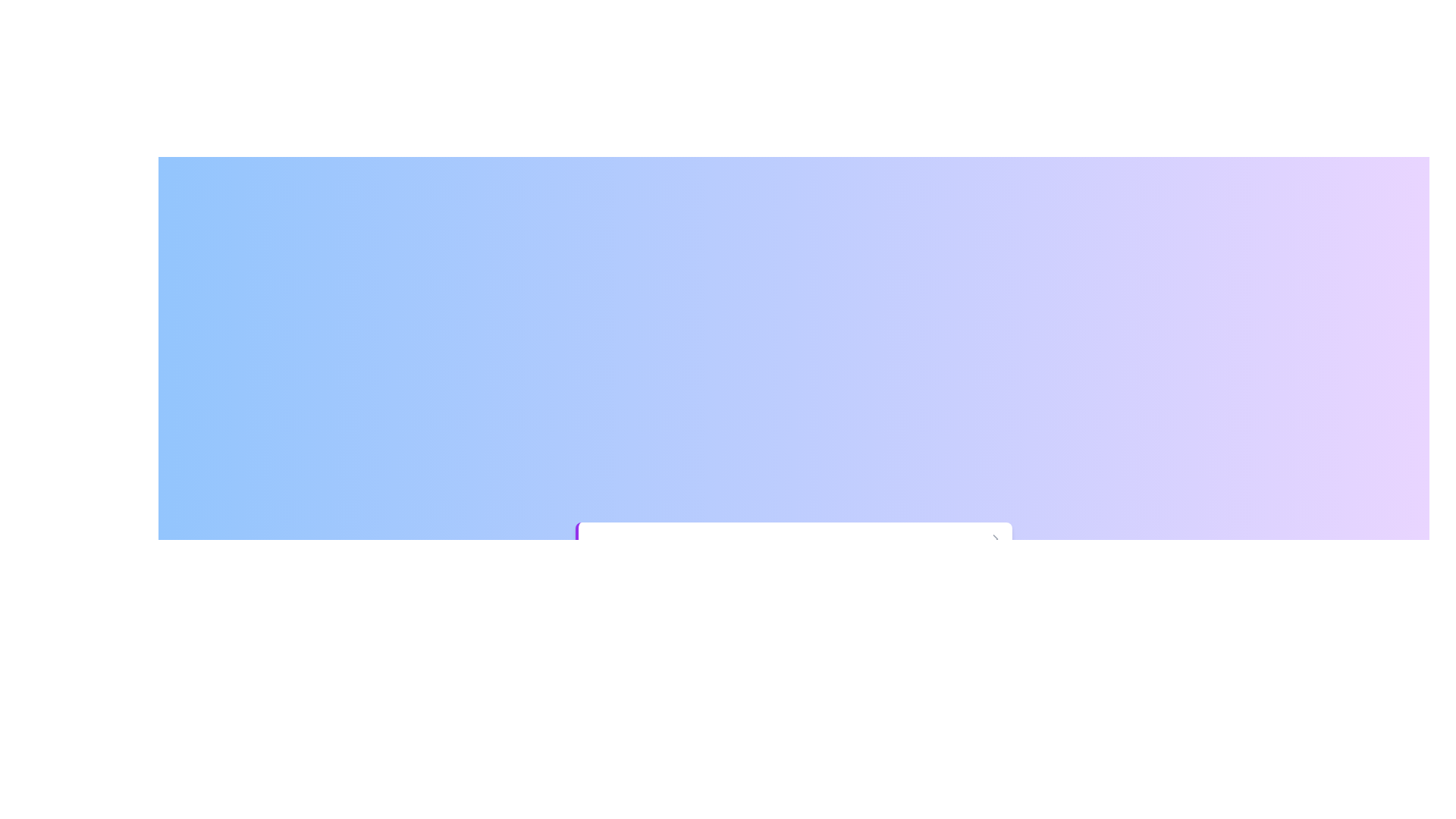 This screenshot has height=819, width=1456. Describe the element at coordinates (996, 538) in the screenshot. I see `the right-chevron arrow icon located in the bottom right section of the interface, which serves as a navigational aid to proceed forward` at that location.